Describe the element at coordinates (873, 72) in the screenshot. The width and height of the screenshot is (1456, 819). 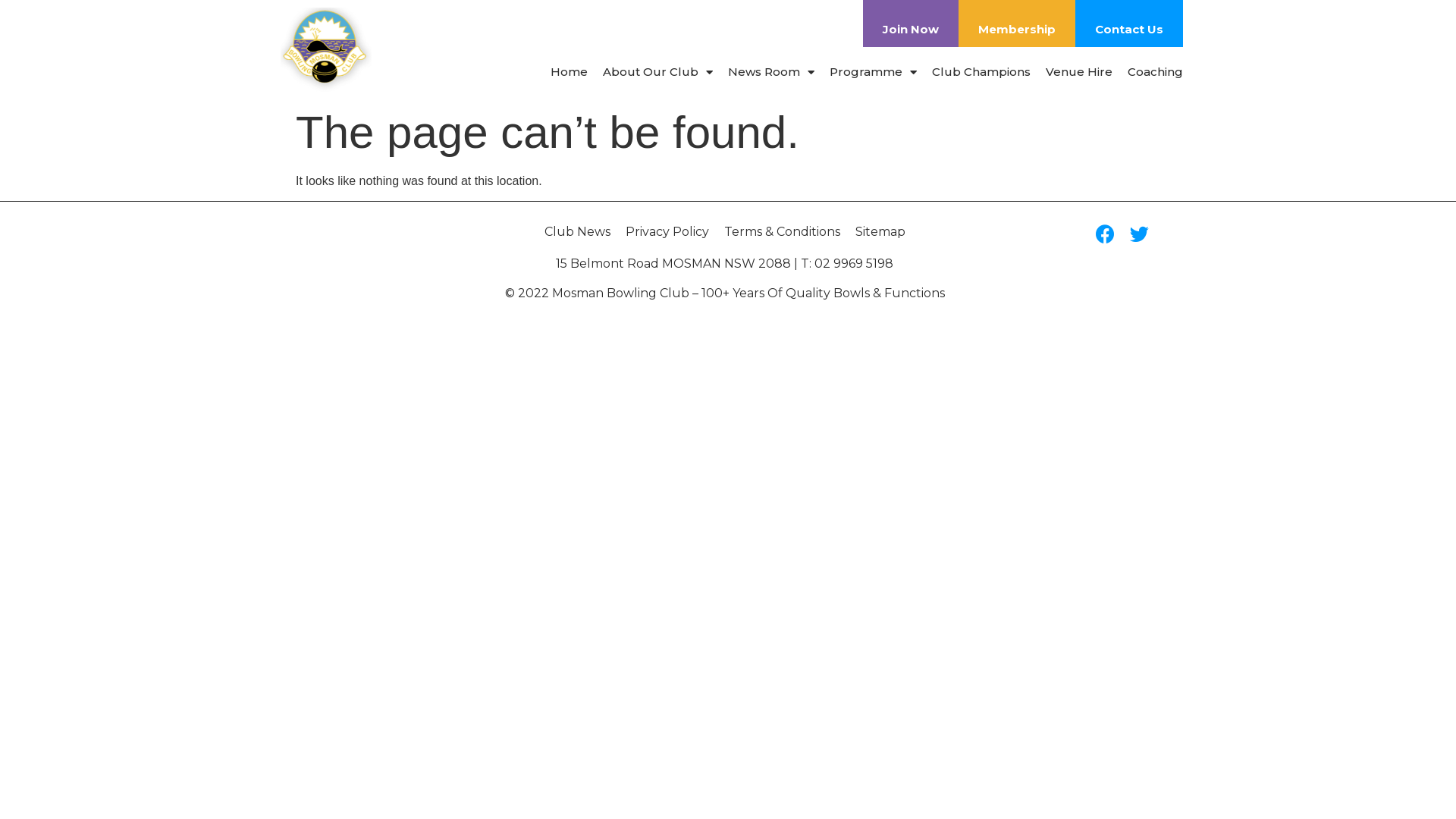
I see `'Programme'` at that location.